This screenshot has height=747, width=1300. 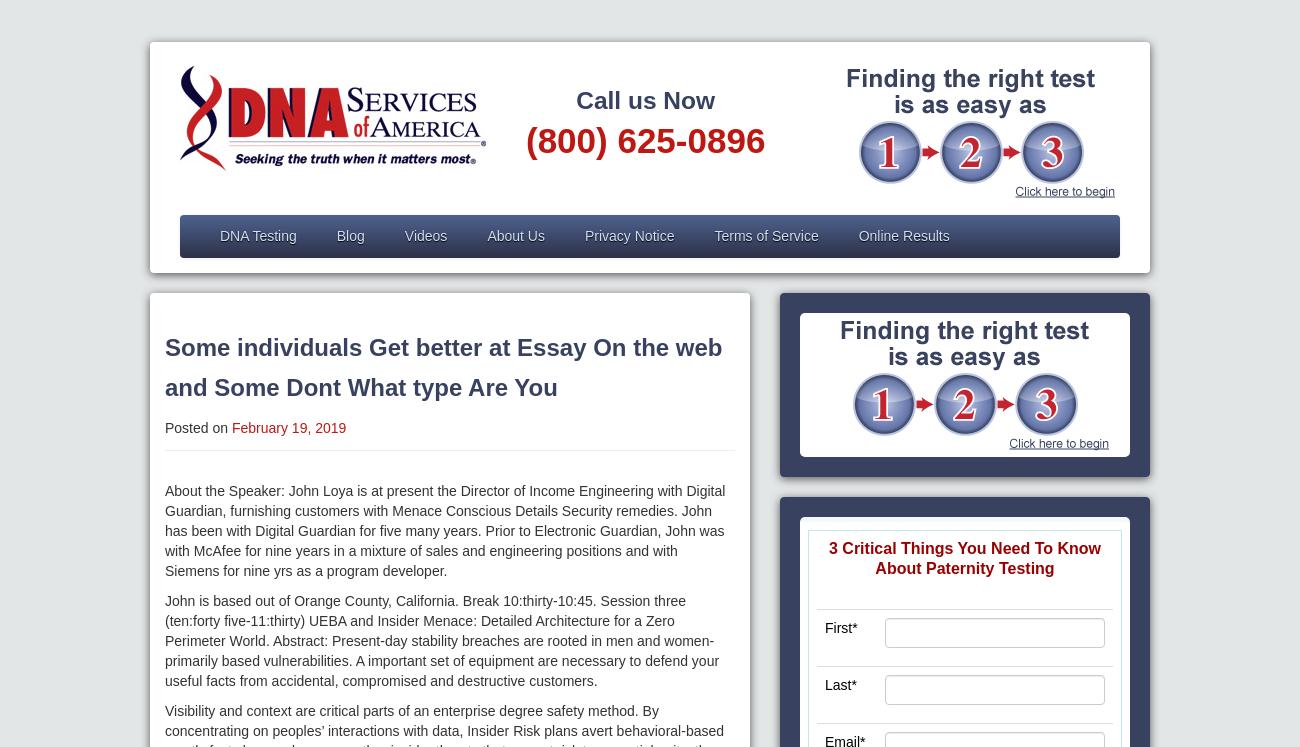 I want to click on '(800) 625-0896', so click(x=645, y=139).